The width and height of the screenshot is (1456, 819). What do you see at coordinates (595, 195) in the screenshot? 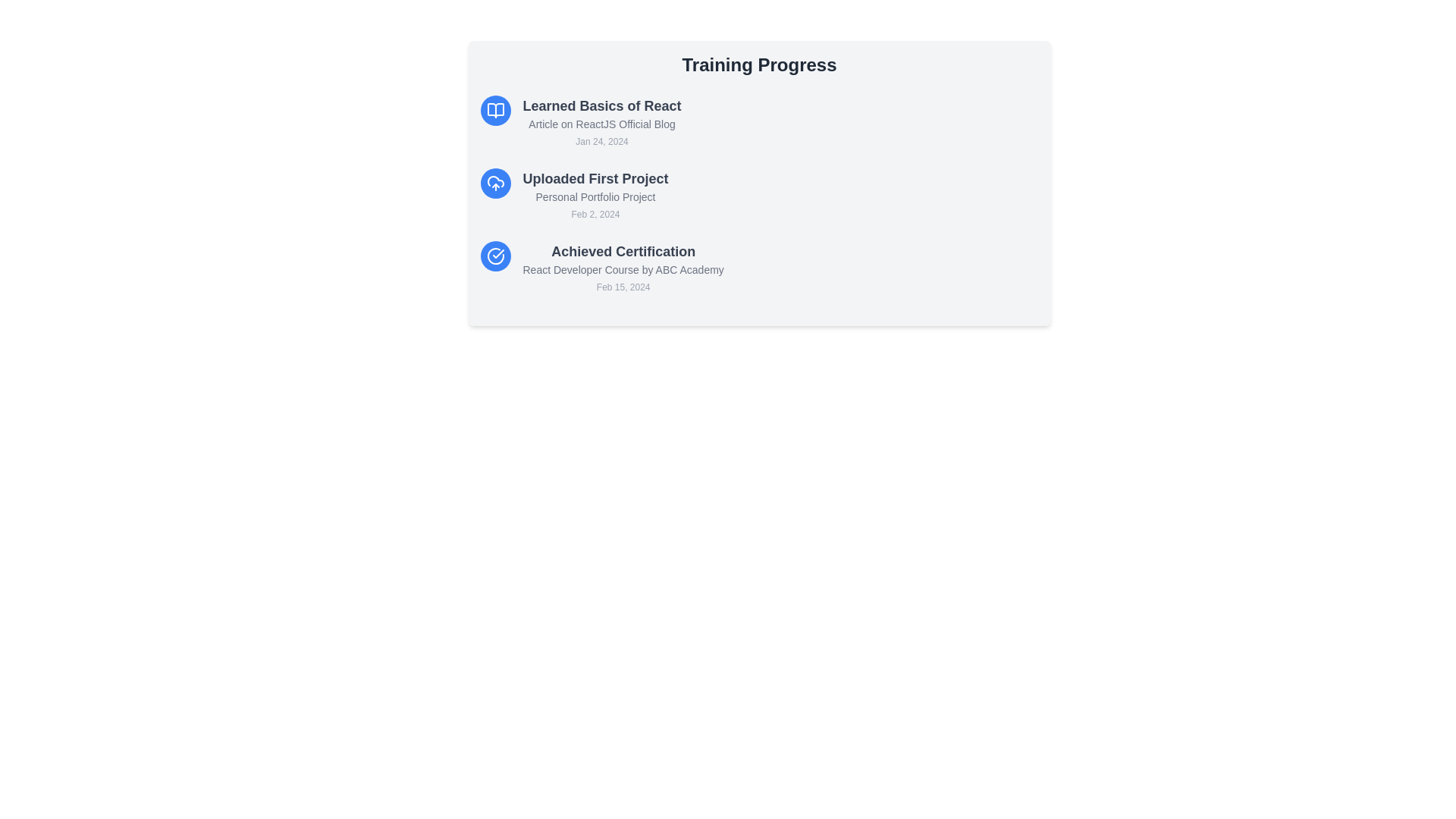
I see `detailed information provided by the second entry in the vertical list of activities, which includes the title, subtitle, and timestamp` at bounding box center [595, 195].